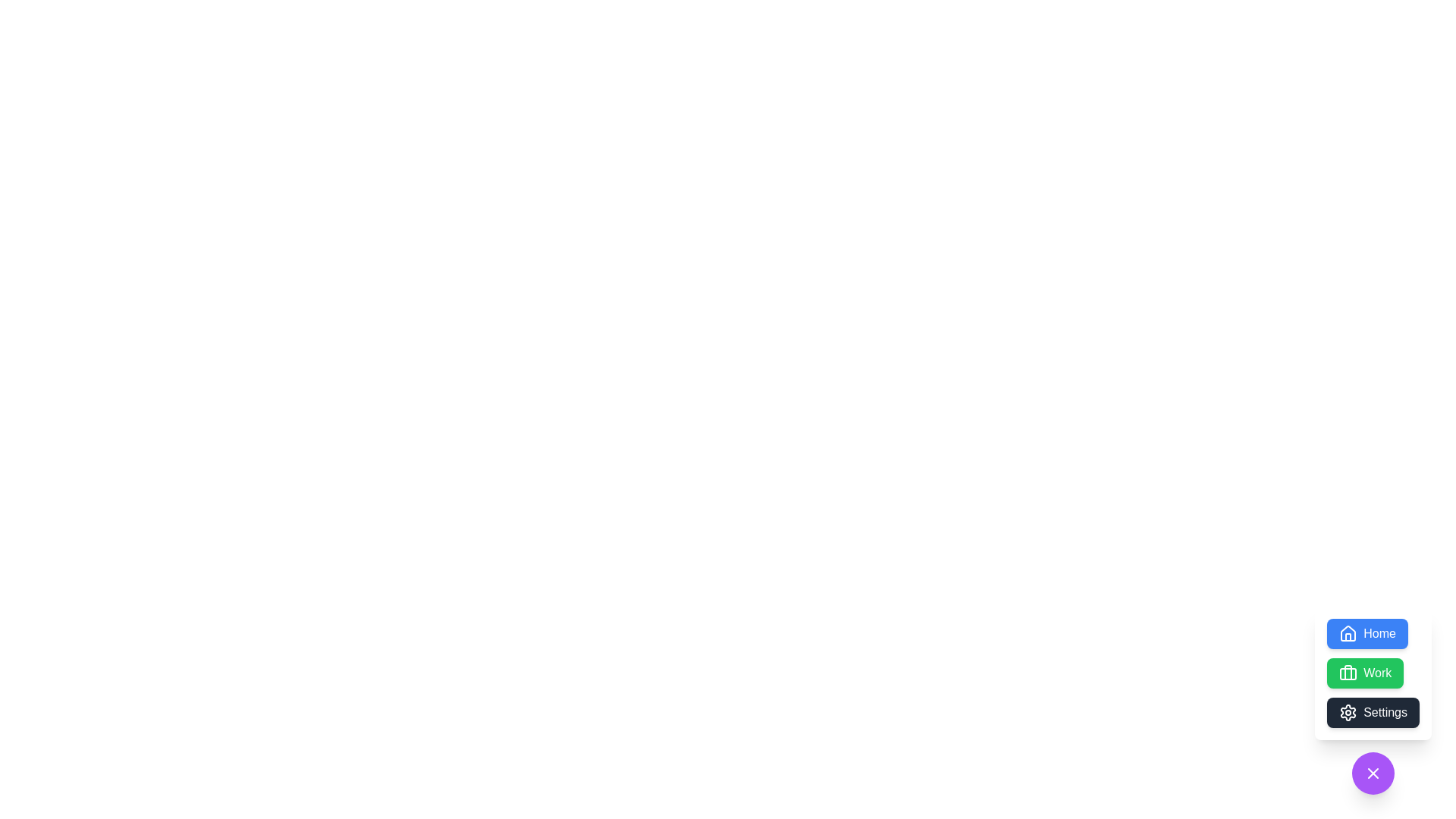 The width and height of the screenshot is (1456, 819). What do you see at coordinates (1373, 773) in the screenshot?
I see `the close or dismiss button located at the bottom-right corner of the vertical menu, beneath the 'Settings' option, to activate the hover effect` at bounding box center [1373, 773].